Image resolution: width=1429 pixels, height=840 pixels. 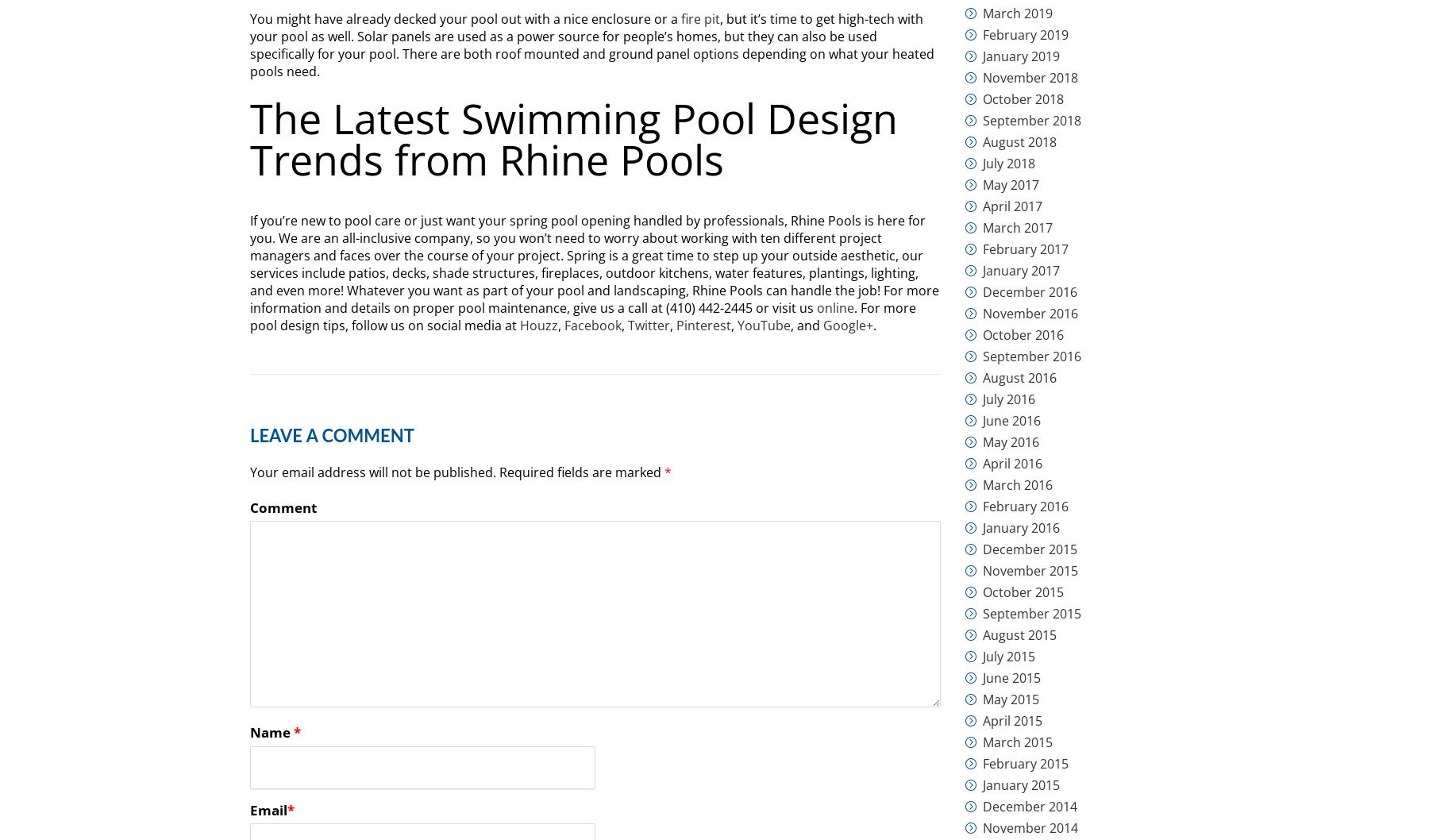 I want to click on 'March 2015', so click(x=983, y=742).